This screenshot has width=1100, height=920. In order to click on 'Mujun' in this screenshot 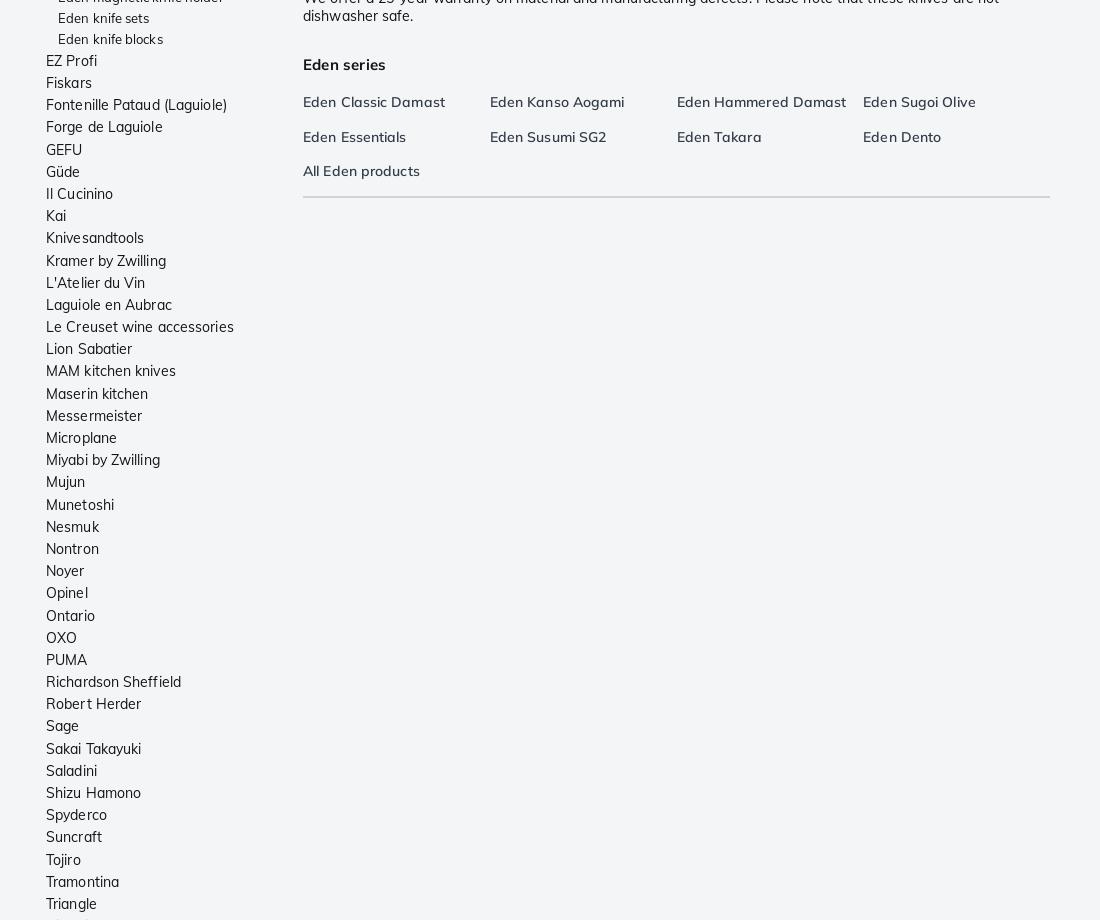, I will do `click(64, 481)`.